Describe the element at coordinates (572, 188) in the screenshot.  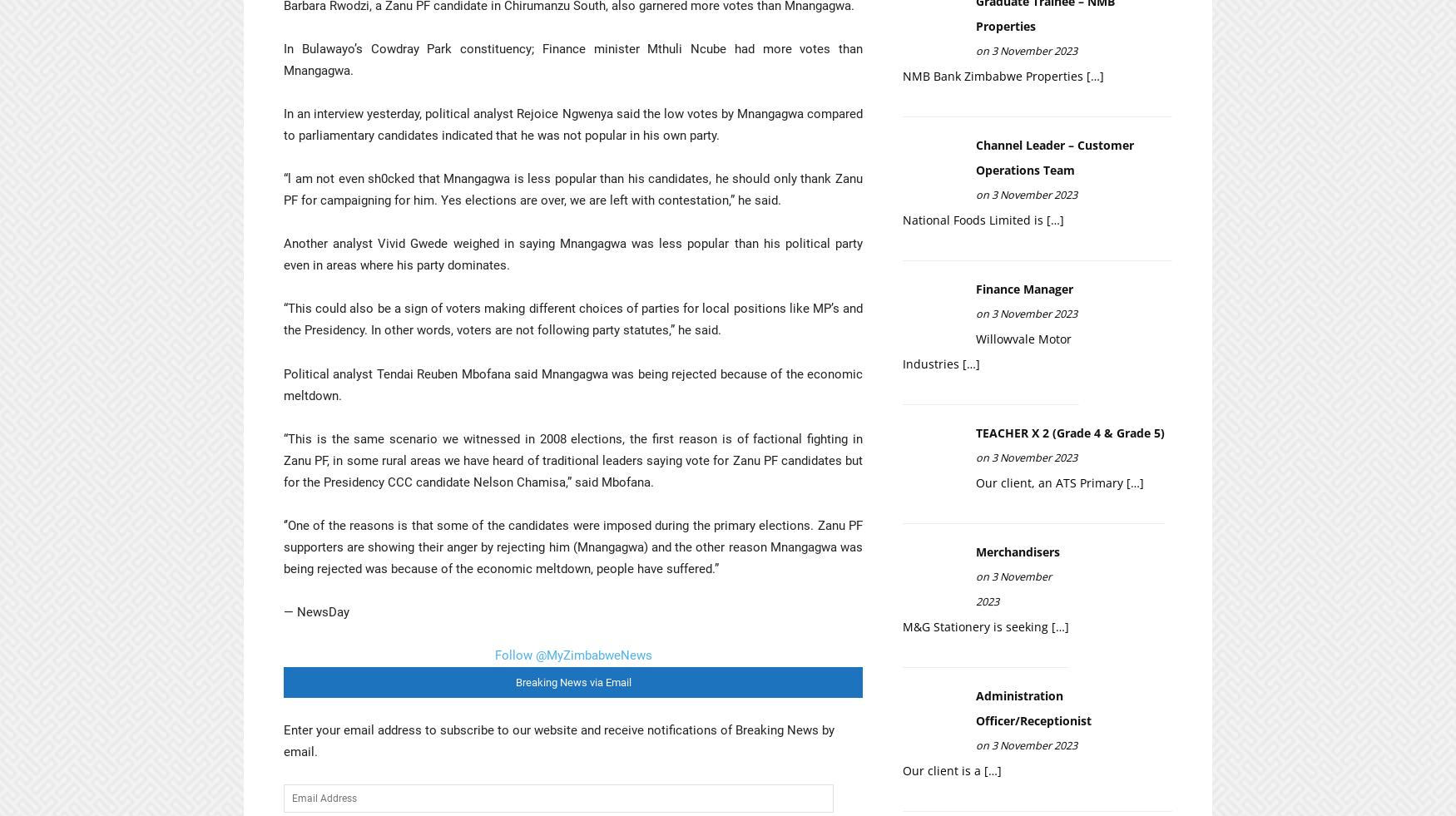
I see `'“l am not even sh0cked that Mnangagwa is less popular than his candidates, he should only thank Zanu PF for campaigning for him. Yes elections are over, we are left with contestation,” he said.'` at that location.